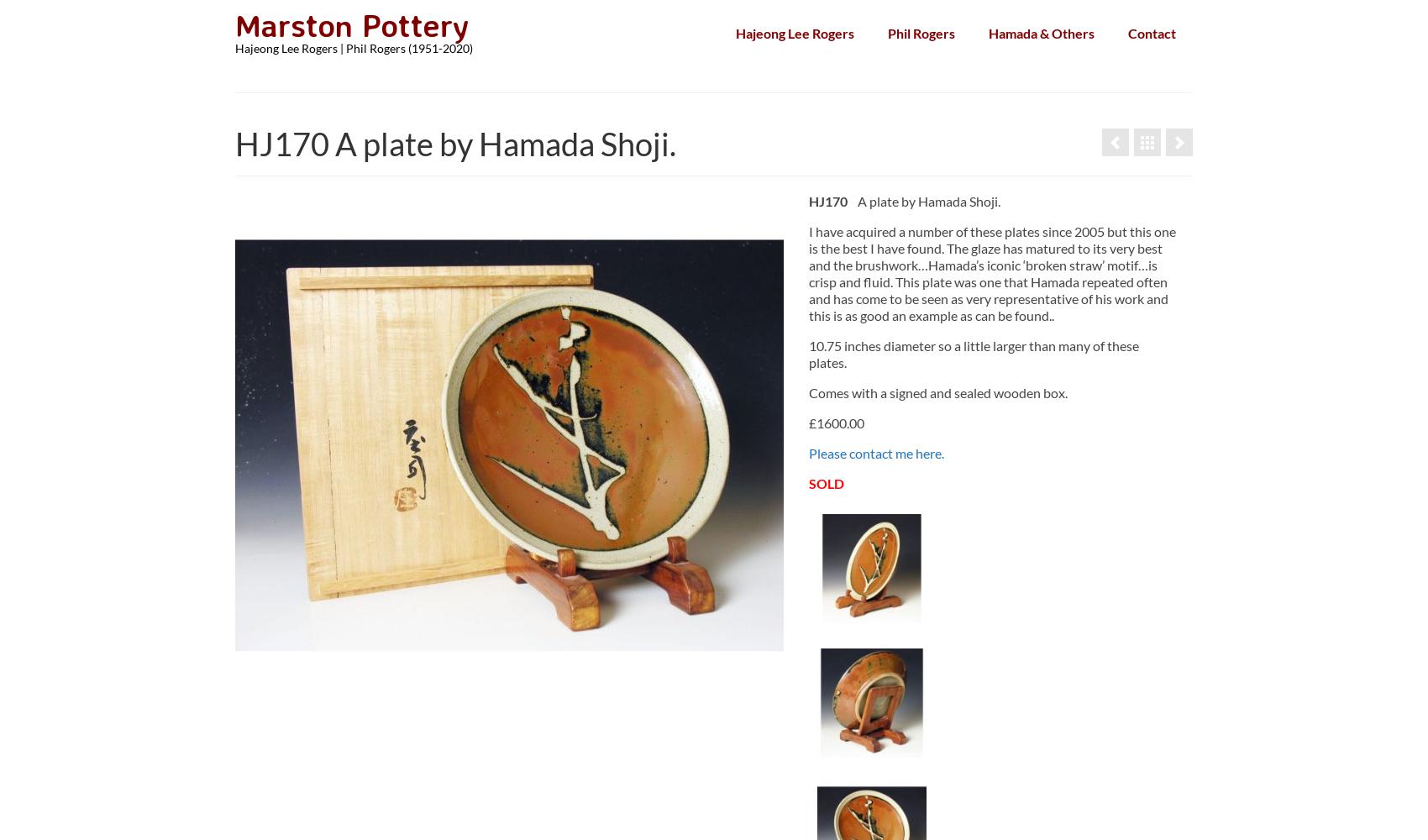  I want to click on 'Contact', so click(1152, 33).